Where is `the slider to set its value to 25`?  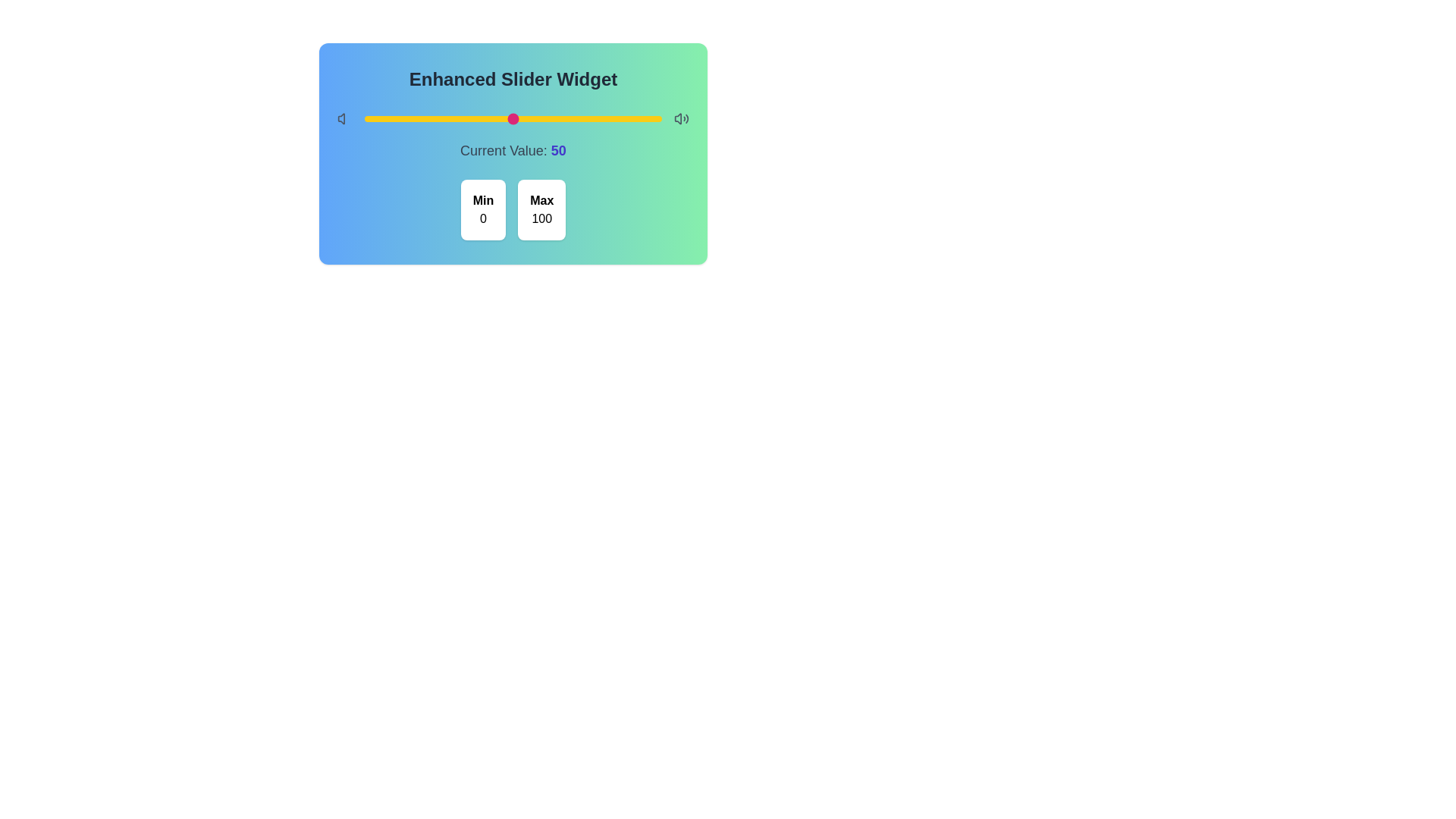 the slider to set its value to 25 is located at coordinates (438, 118).